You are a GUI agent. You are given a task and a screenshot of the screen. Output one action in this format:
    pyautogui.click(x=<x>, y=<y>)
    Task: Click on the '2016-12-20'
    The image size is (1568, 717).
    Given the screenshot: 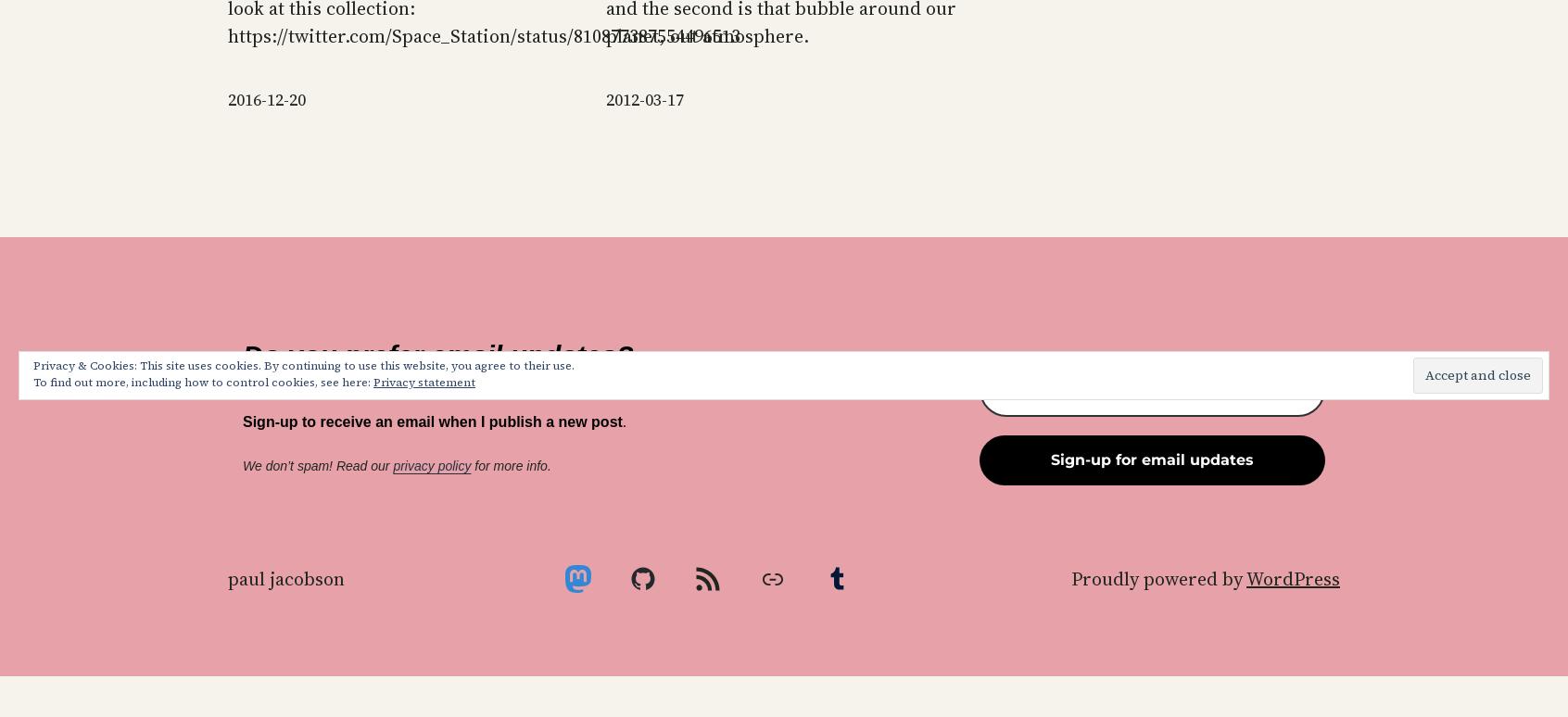 What is the action you would take?
    pyautogui.click(x=265, y=99)
    